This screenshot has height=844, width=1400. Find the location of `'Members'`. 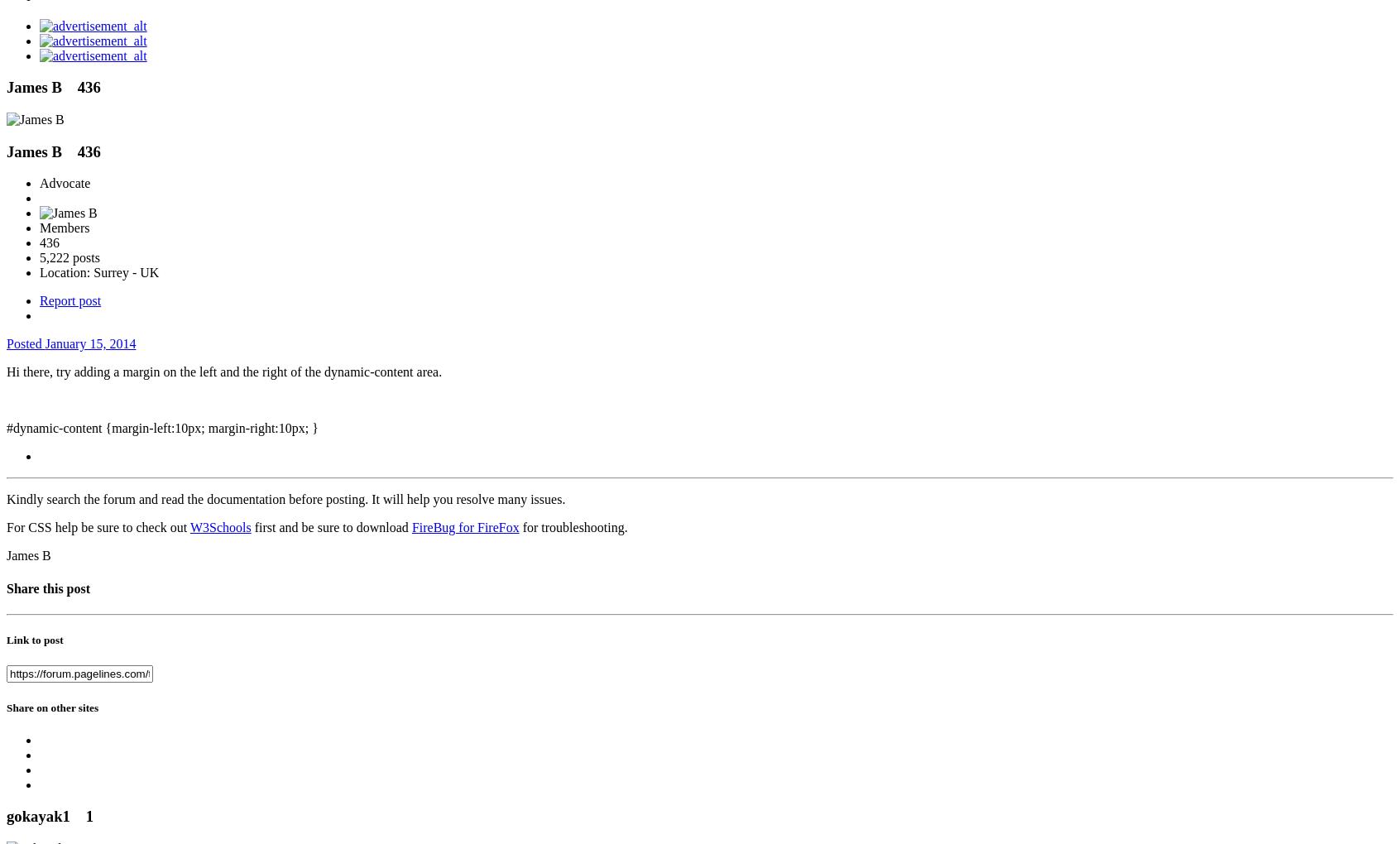

'Members' is located at coordinates (65, 227).